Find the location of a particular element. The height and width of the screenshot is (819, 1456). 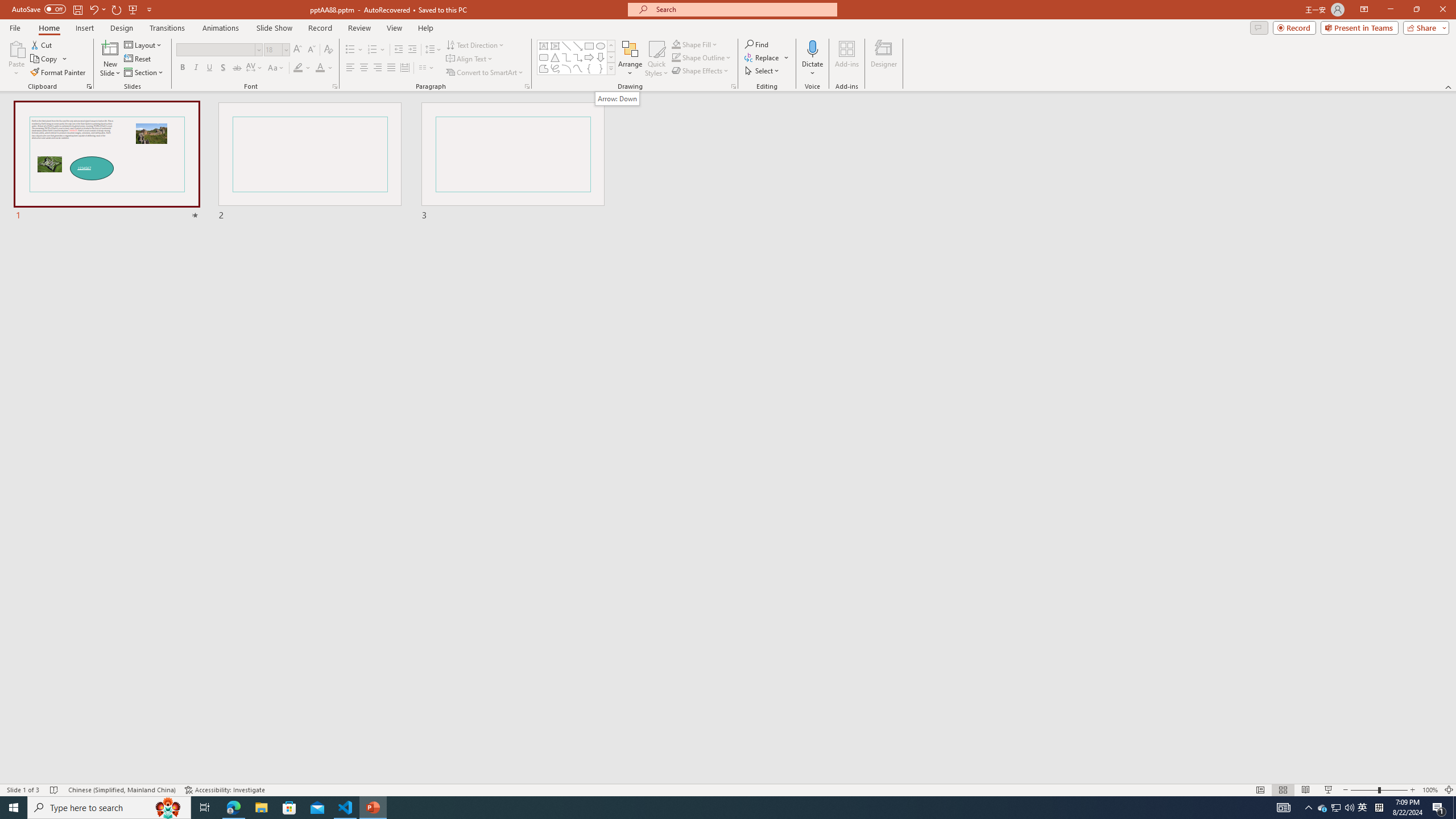

'Shape Fill' is located at coordinates (695, 44).